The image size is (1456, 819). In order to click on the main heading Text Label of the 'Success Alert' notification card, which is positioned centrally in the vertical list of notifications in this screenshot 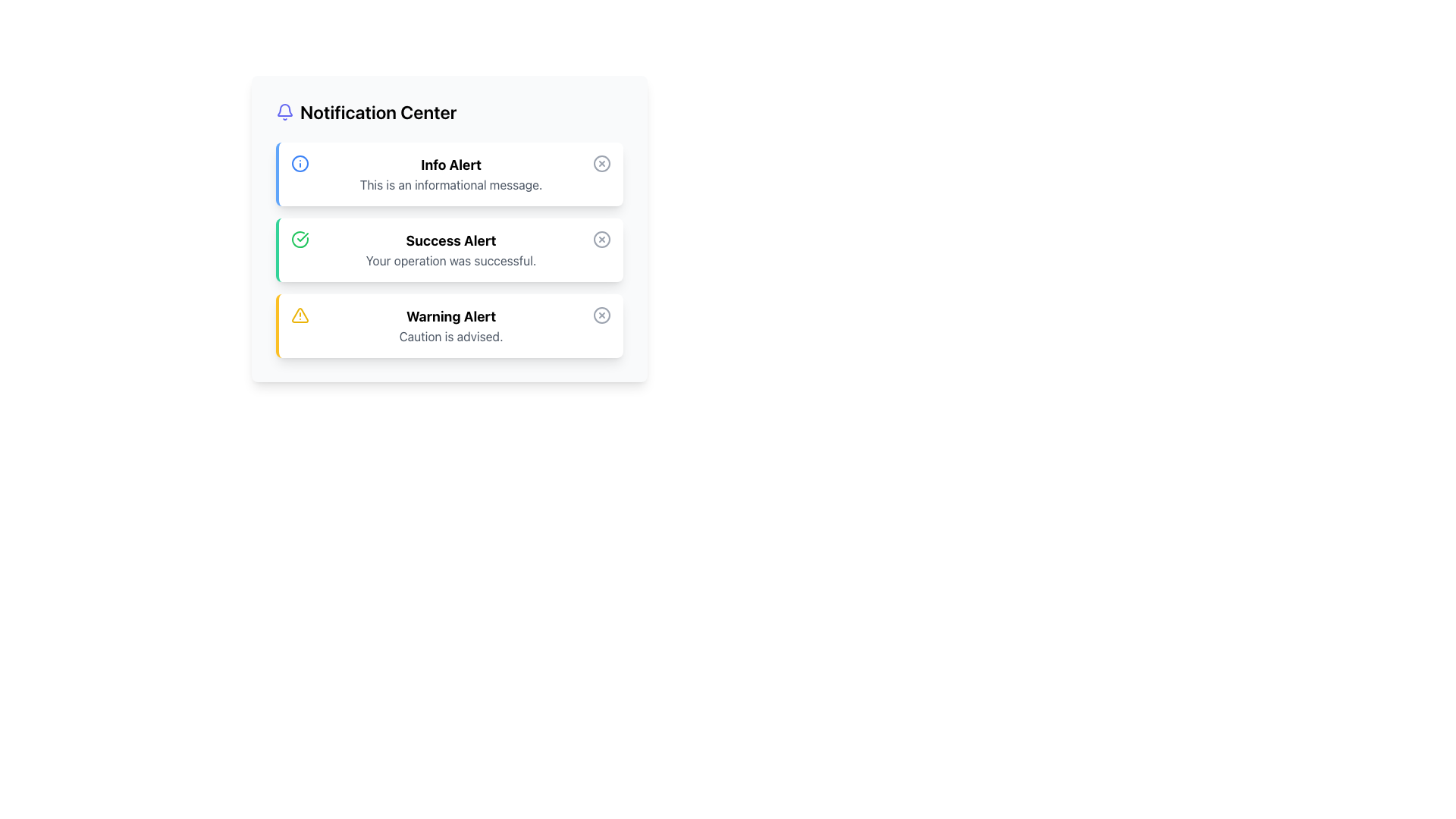, I will do `click(450, 240)`.